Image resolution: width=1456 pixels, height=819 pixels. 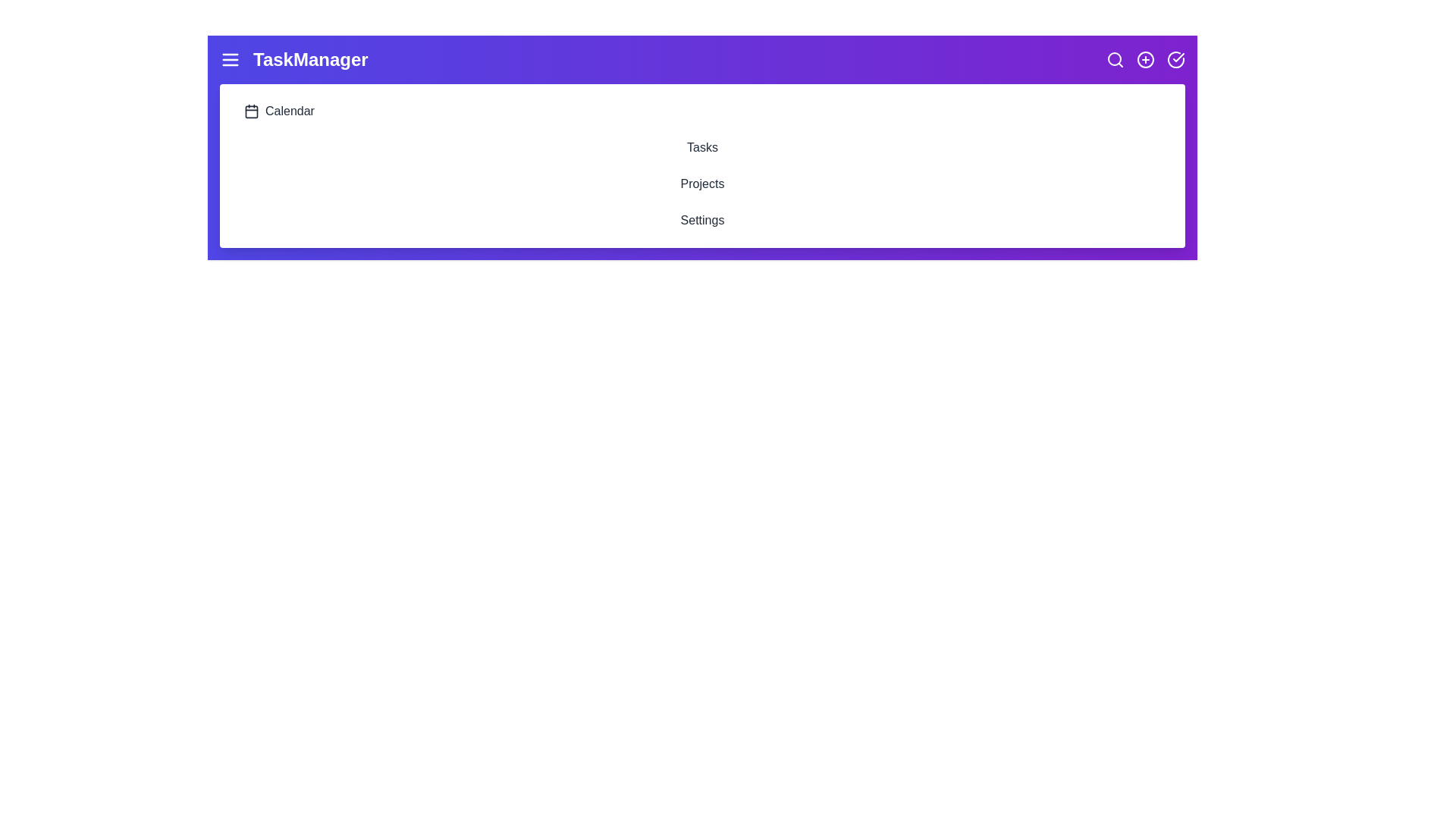 What do you see at coordinates (1115, 58) in the screenshot?
I see `the search icon to initiate the search functionality` at bounding box center [1115, 58].